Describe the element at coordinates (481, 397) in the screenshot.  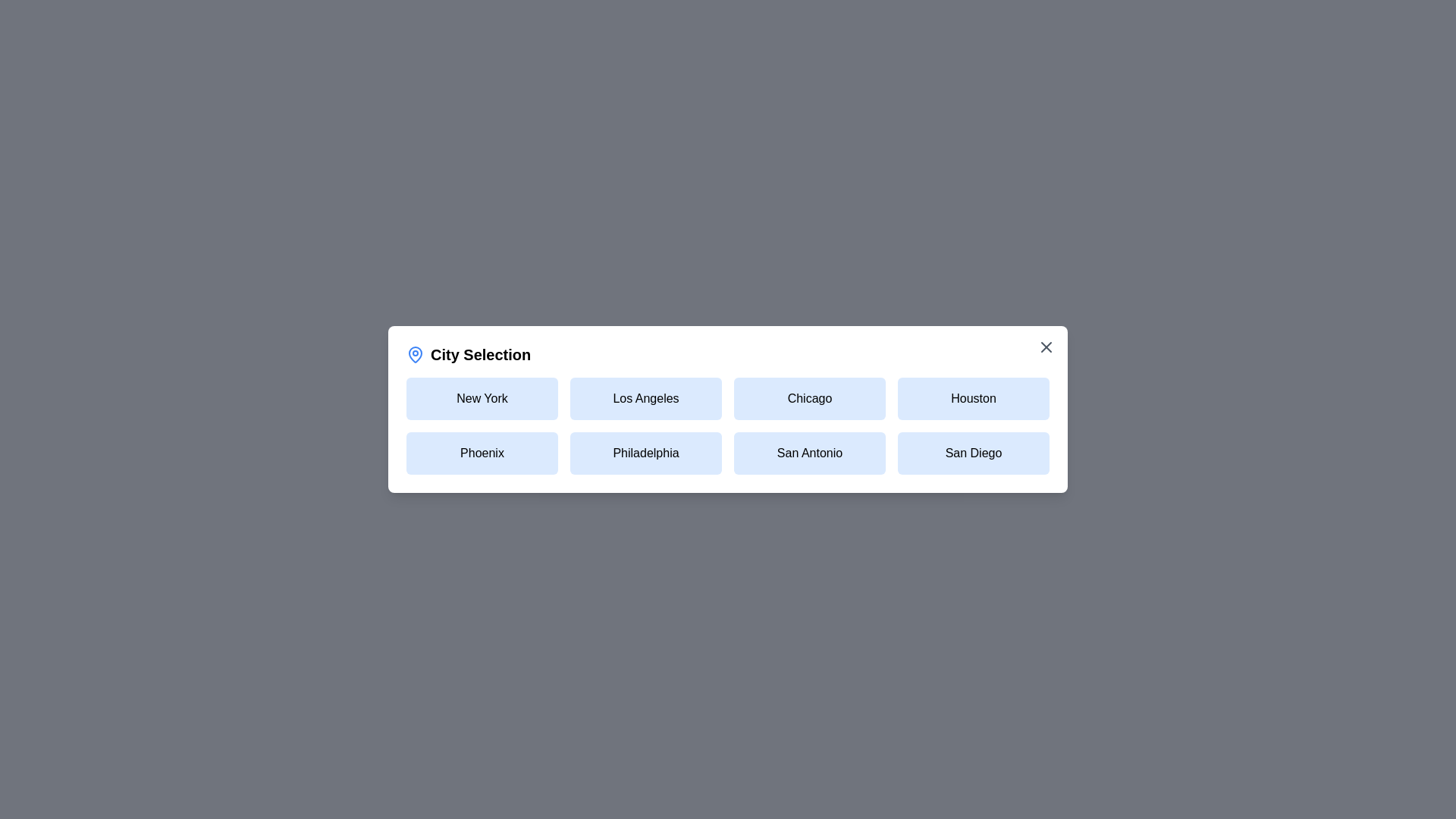
I see `the city New York by clicking on its button` at that location.